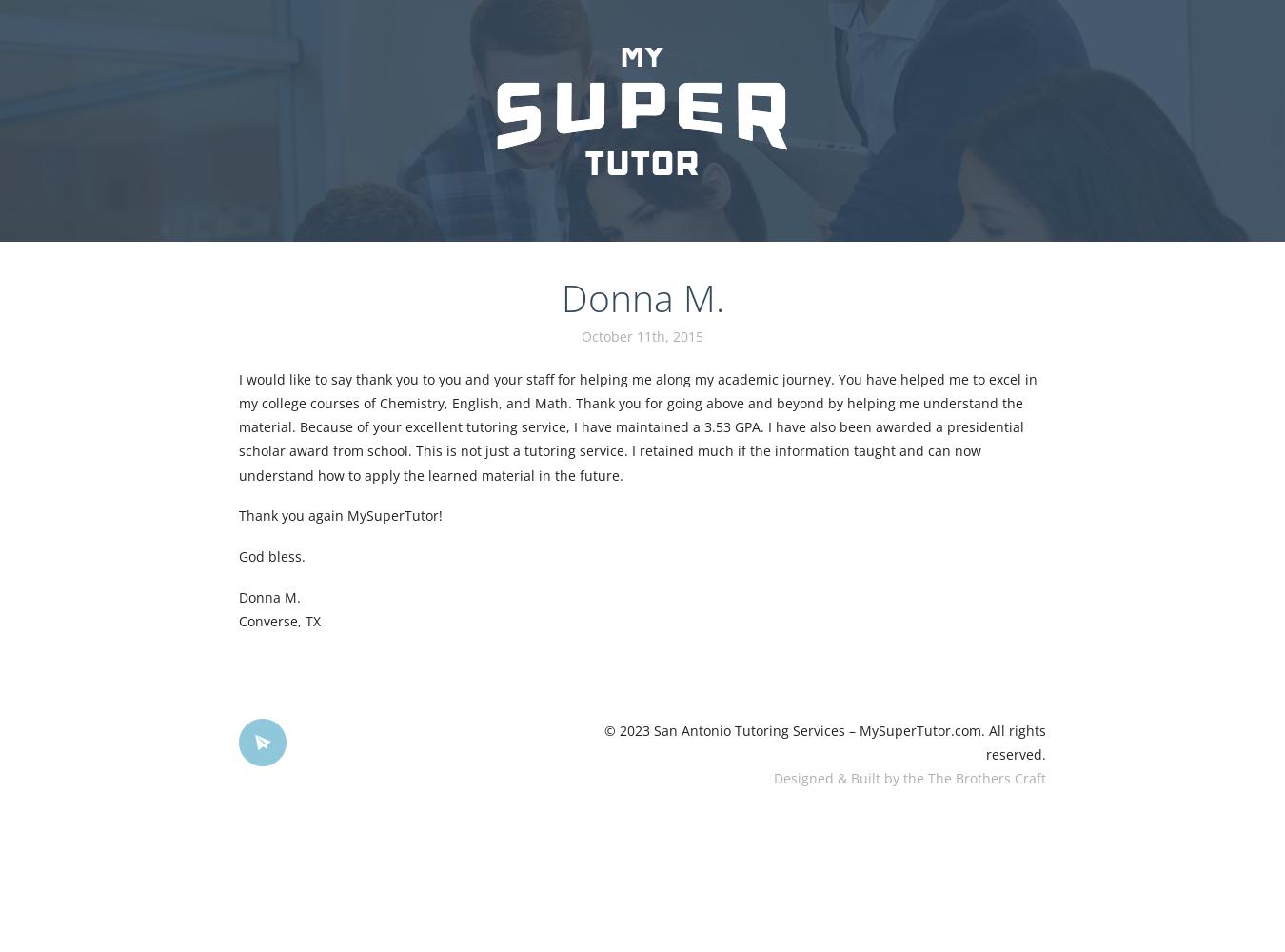 The width and height of the screenshot is (1285, 952). What do you see at coordinates (339, 515) in the screenshot?
I see `'Thank you again MySuperTutor!'` at bounding box center [339, 515].